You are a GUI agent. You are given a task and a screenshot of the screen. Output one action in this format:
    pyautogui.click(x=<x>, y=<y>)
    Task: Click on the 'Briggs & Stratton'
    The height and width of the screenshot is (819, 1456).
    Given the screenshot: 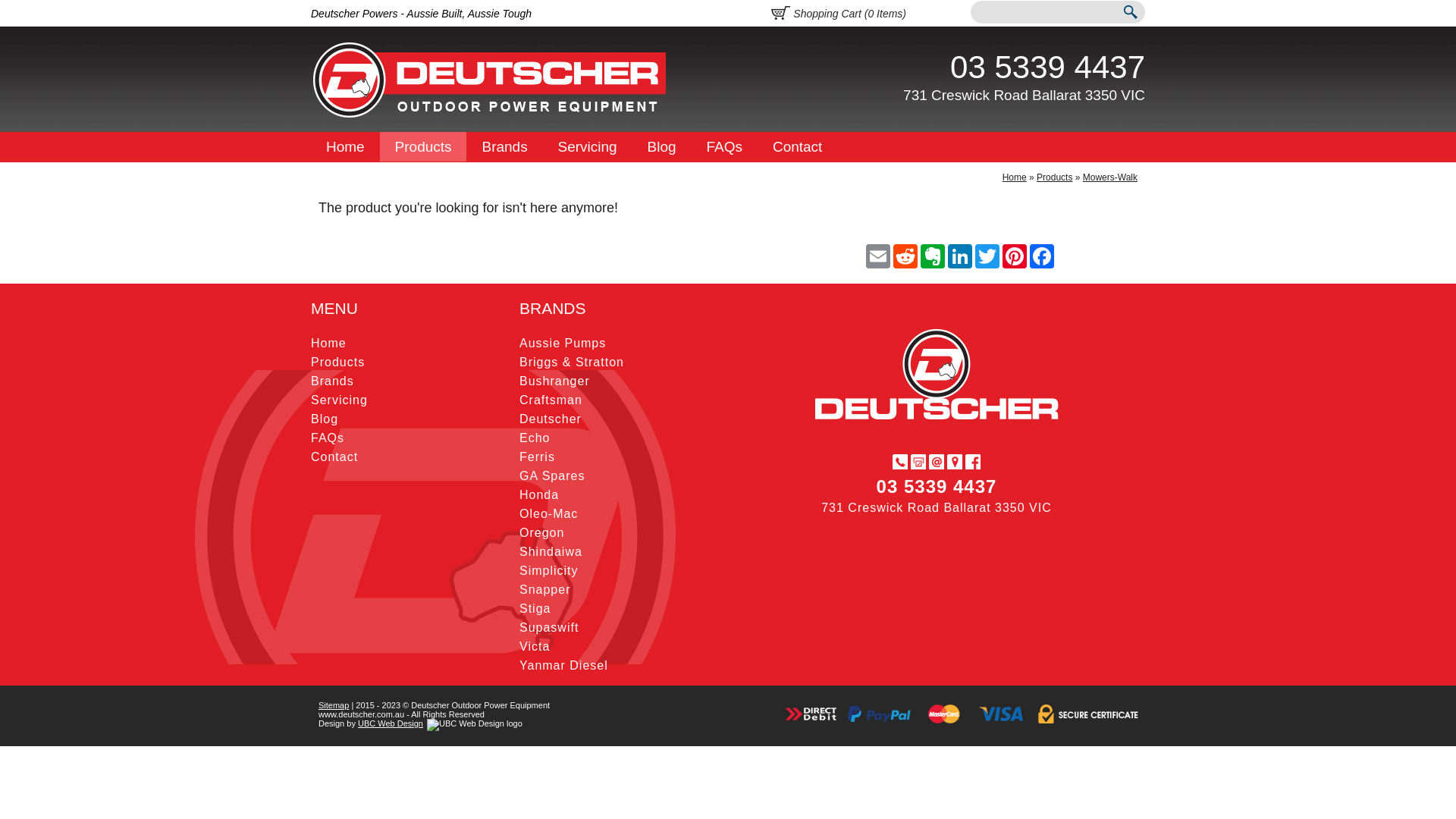 What is the action you would take?
    pyautogui.click(x=570, y=362)
    